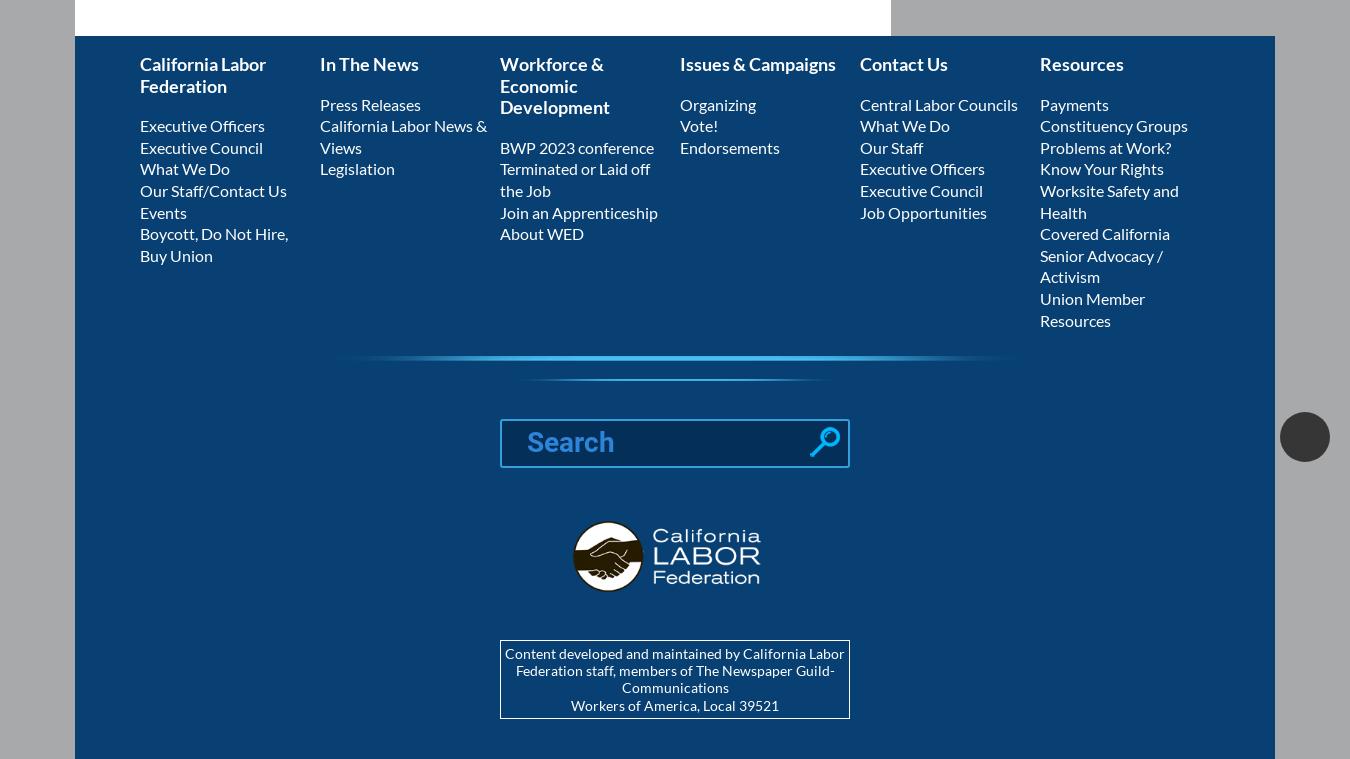 The height and width of the screenshot is (759, 1350). Describe the element at coordinates (163, 211) in the screenshot. I see `'Events'` at that location.